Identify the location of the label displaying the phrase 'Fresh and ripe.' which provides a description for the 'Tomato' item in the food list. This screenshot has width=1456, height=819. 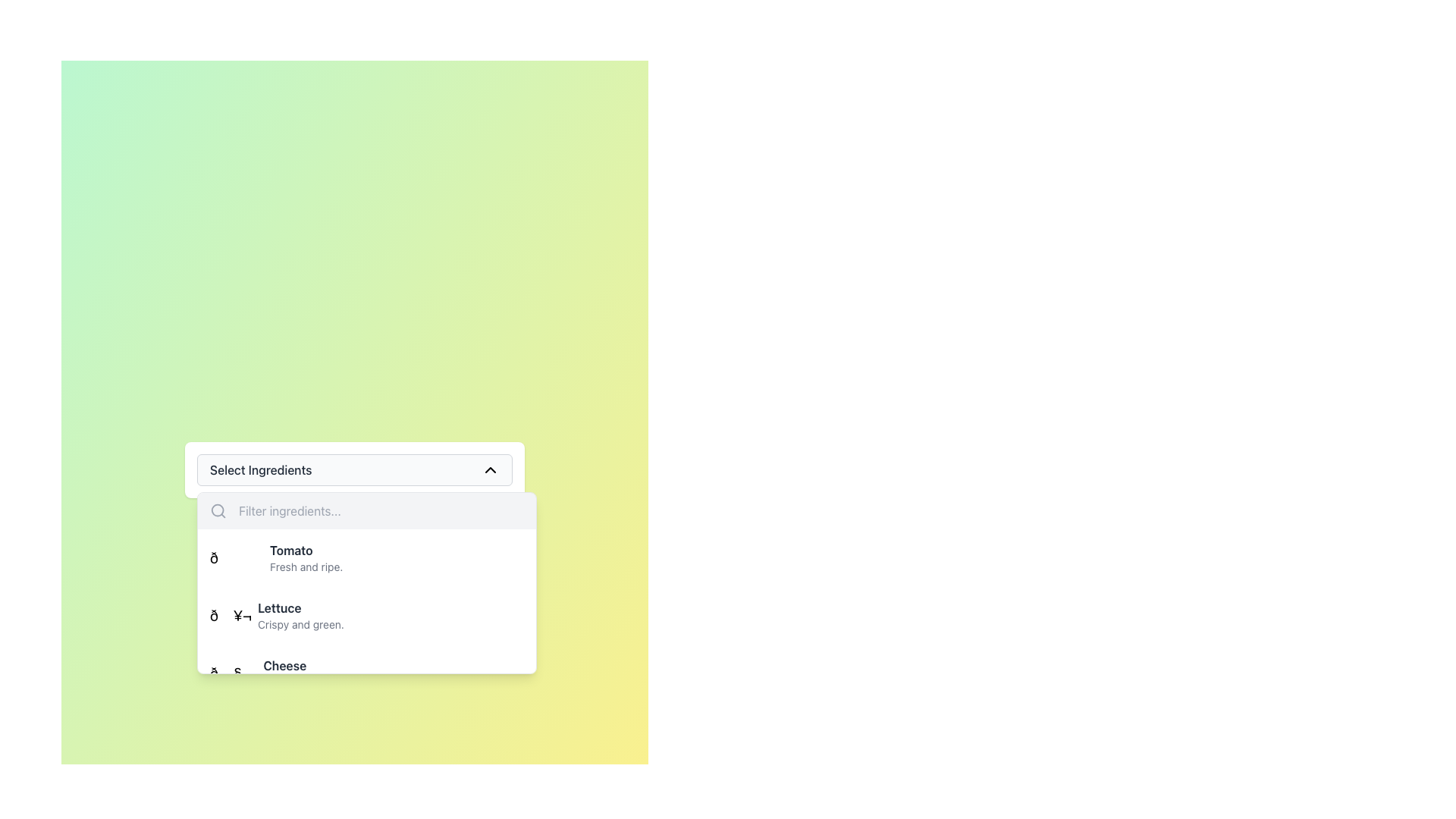
(306, 567).